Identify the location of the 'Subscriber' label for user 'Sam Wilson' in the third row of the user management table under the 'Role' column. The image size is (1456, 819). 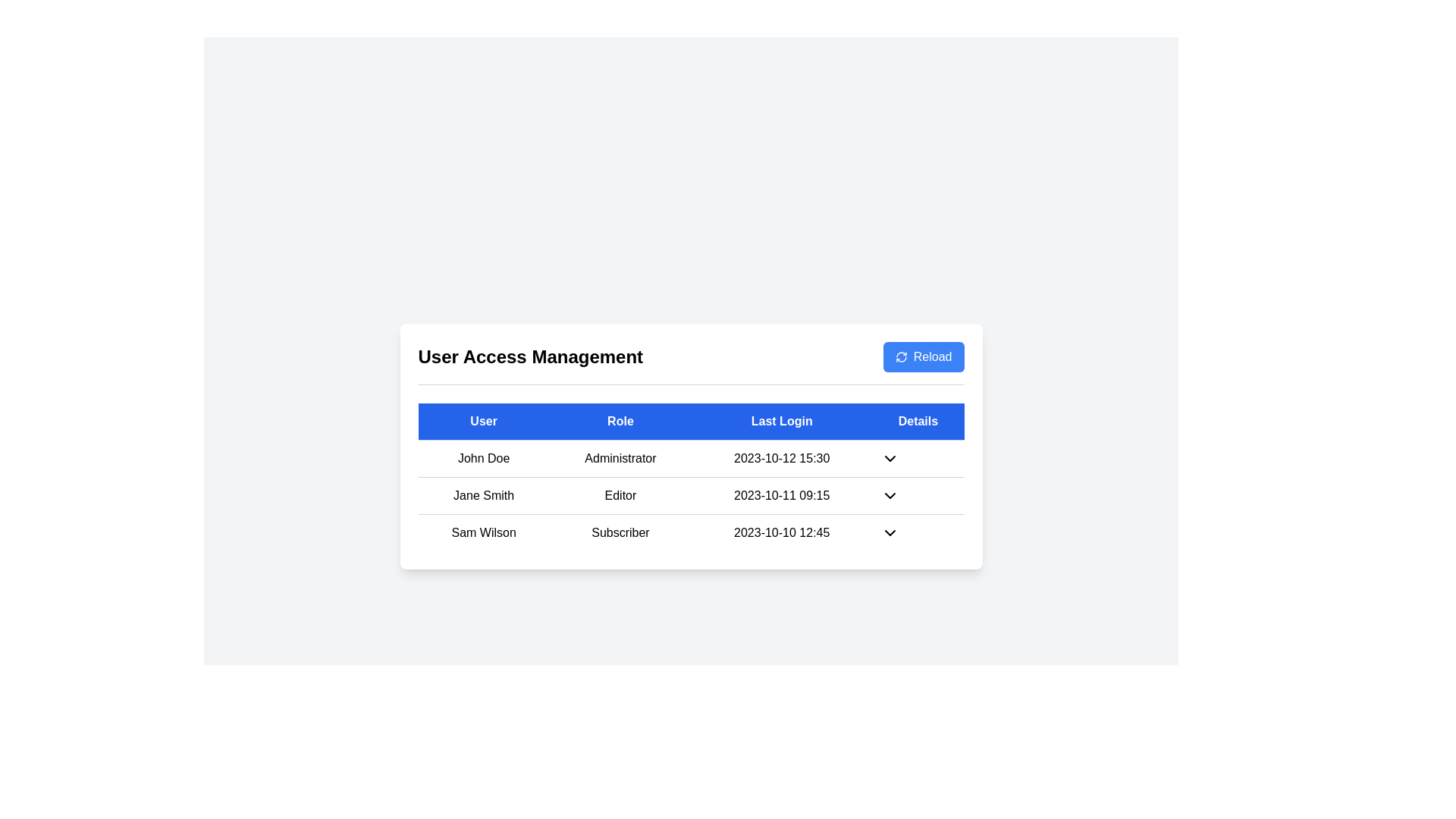
(620, 532).